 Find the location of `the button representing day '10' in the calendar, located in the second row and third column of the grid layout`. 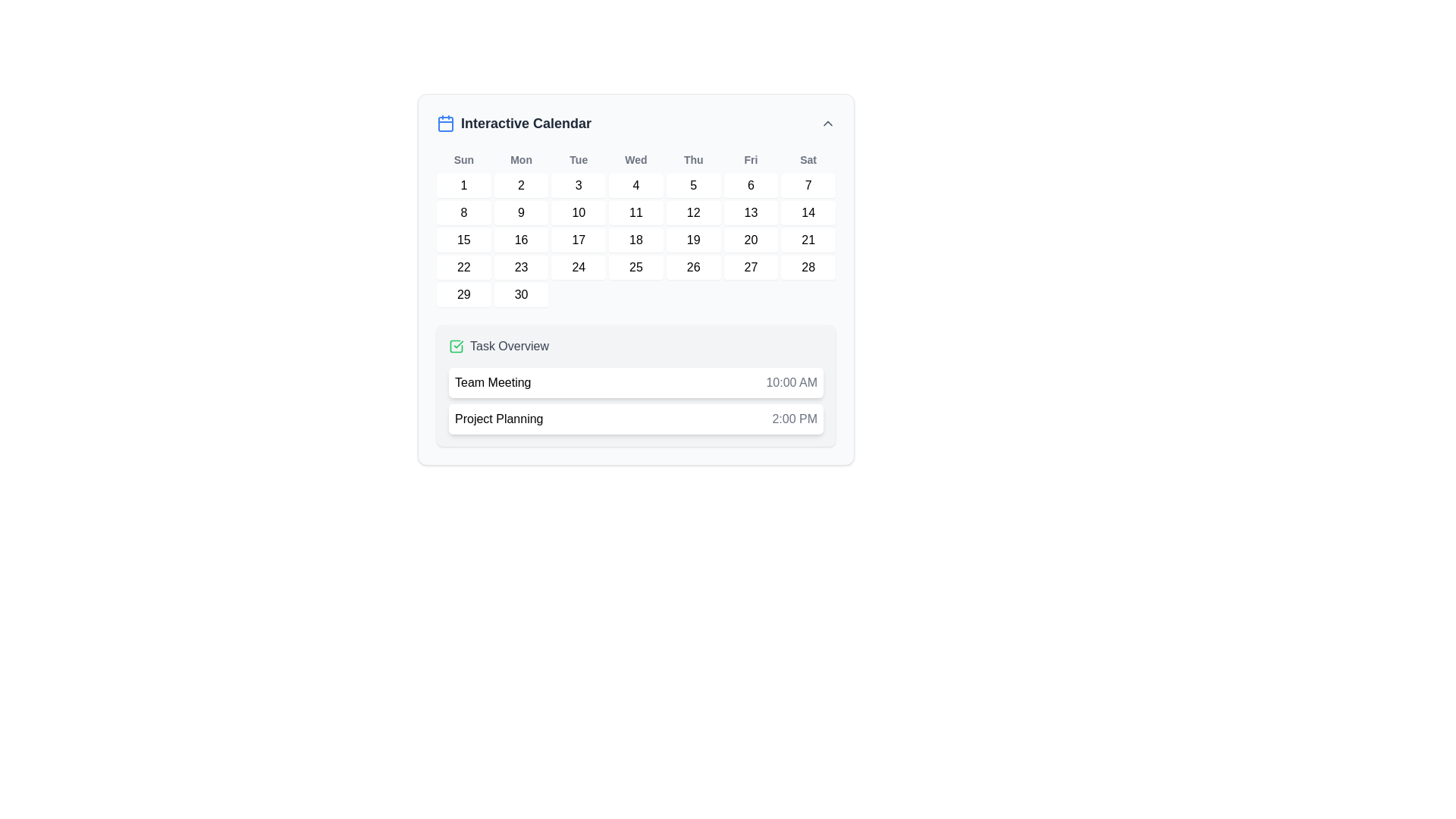

the button representing day '10' in the calendar, located in the second row and third column of the grid layout is located at coordinates (578, 213).